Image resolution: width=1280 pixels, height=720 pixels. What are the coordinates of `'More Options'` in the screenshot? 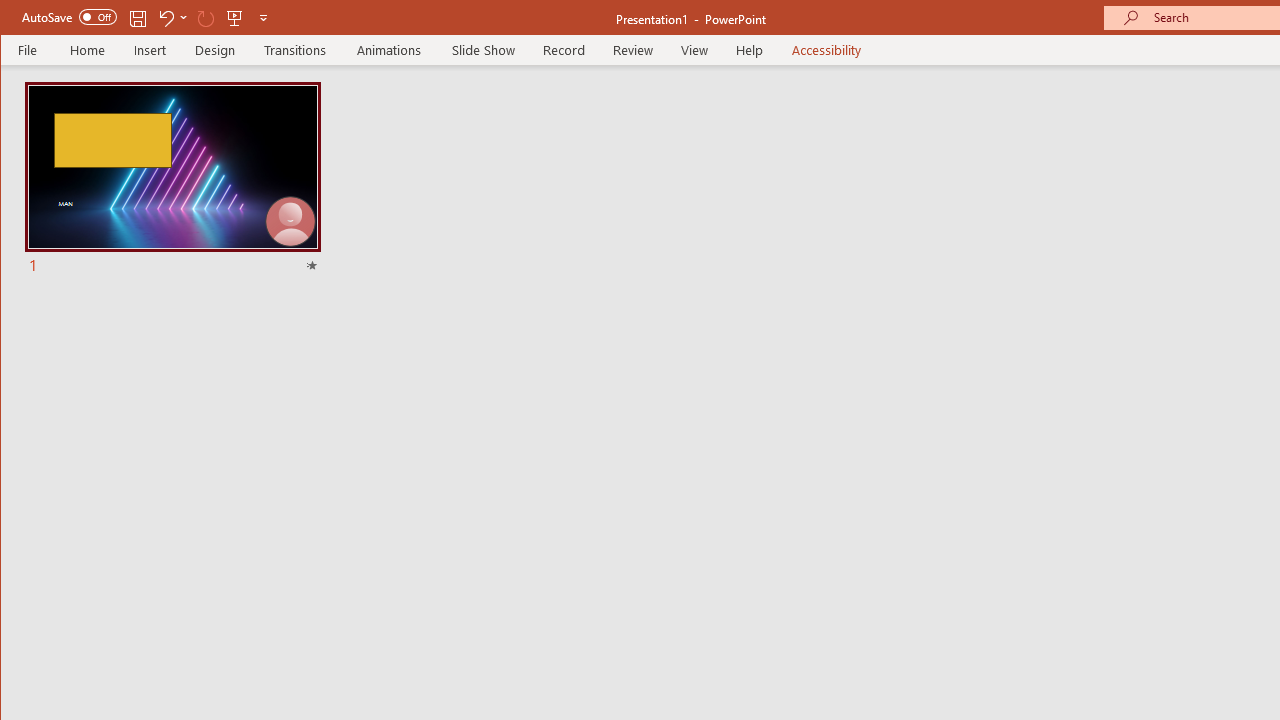 It's located at (184, 17).